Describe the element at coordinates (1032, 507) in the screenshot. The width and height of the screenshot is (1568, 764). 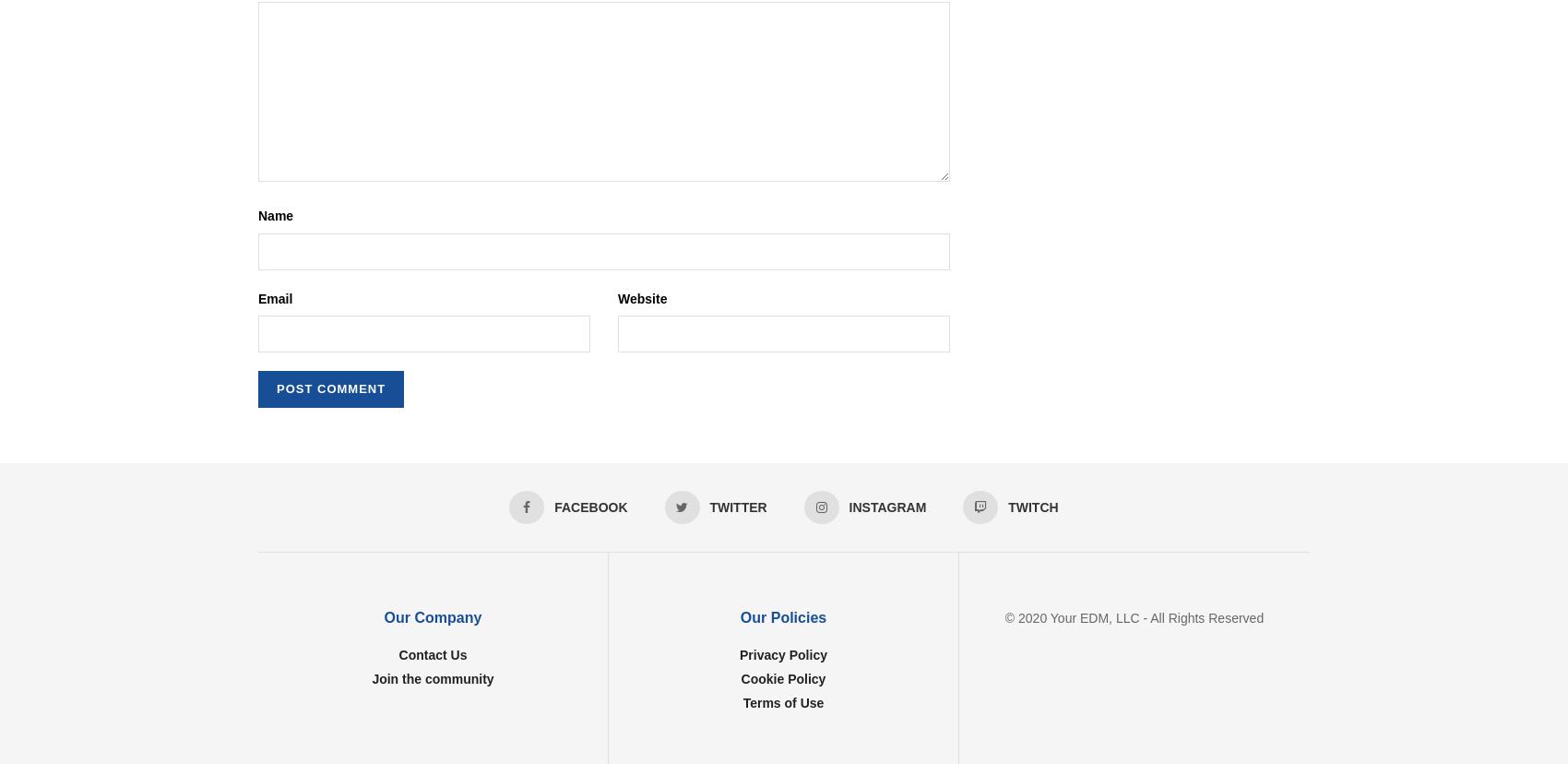
I see `'Twitch'` at that location.